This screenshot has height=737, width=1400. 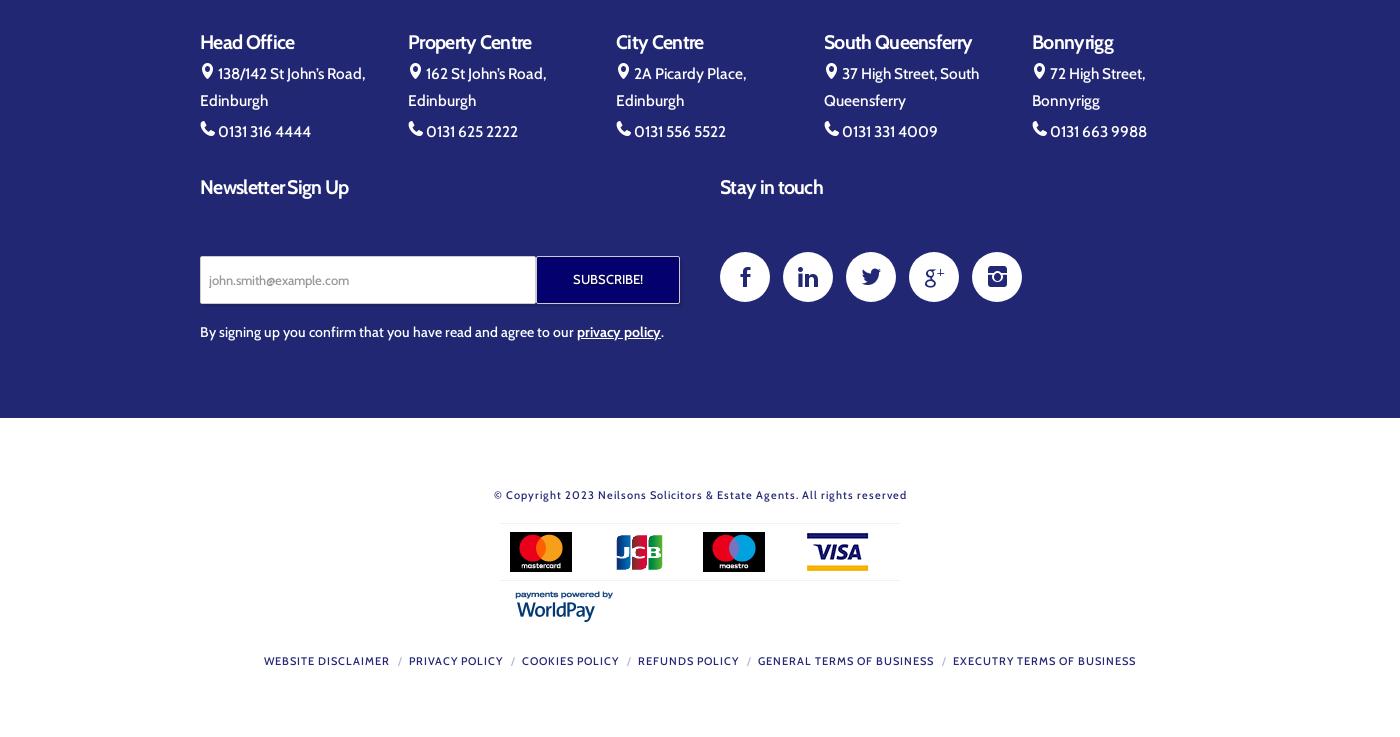 I want to click on 'Website Disclaimer', so click(x=327, y=658).